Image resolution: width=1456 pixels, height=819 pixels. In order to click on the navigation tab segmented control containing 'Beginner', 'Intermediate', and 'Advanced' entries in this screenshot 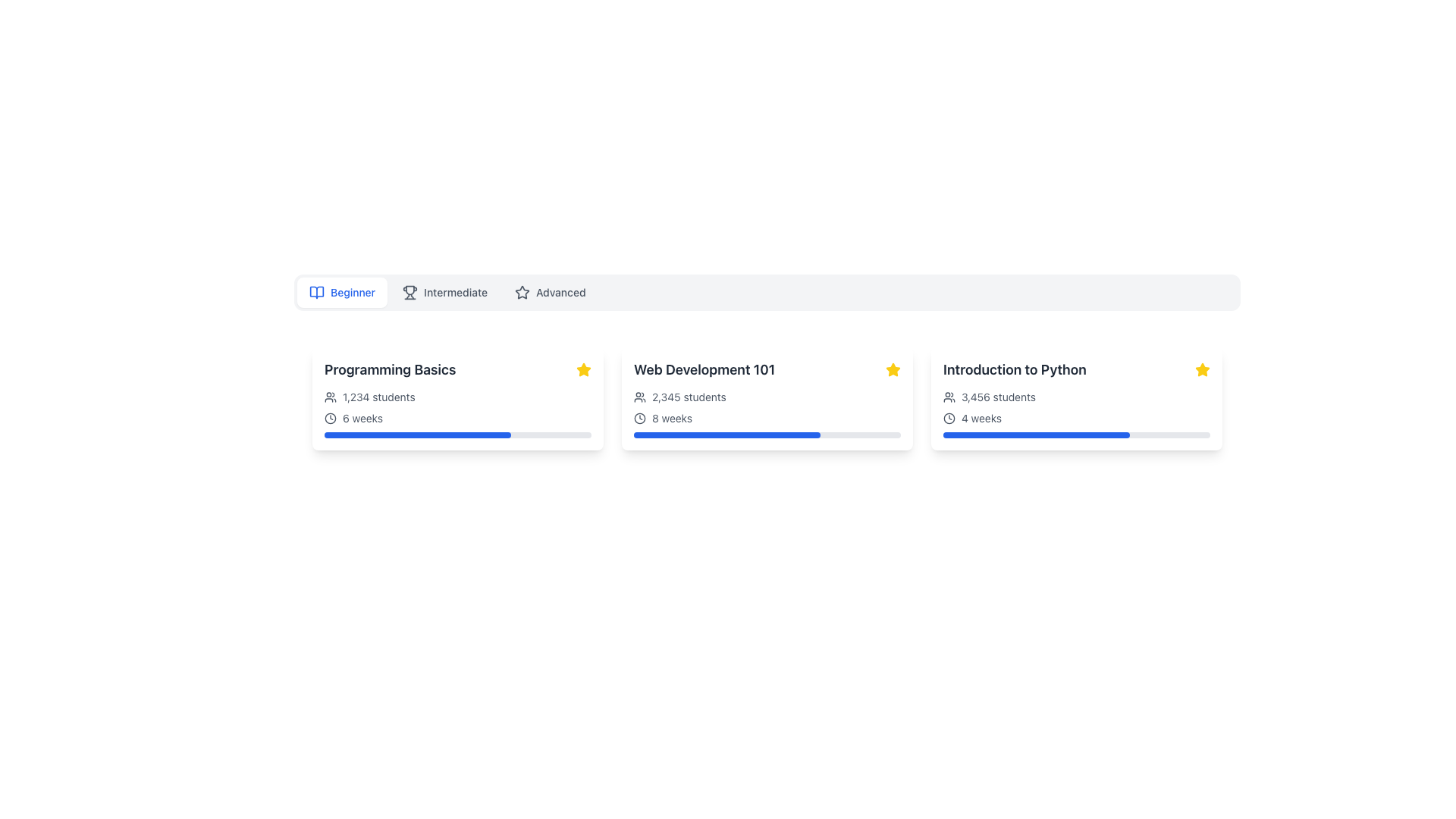, I will do `click(767, 292)`.